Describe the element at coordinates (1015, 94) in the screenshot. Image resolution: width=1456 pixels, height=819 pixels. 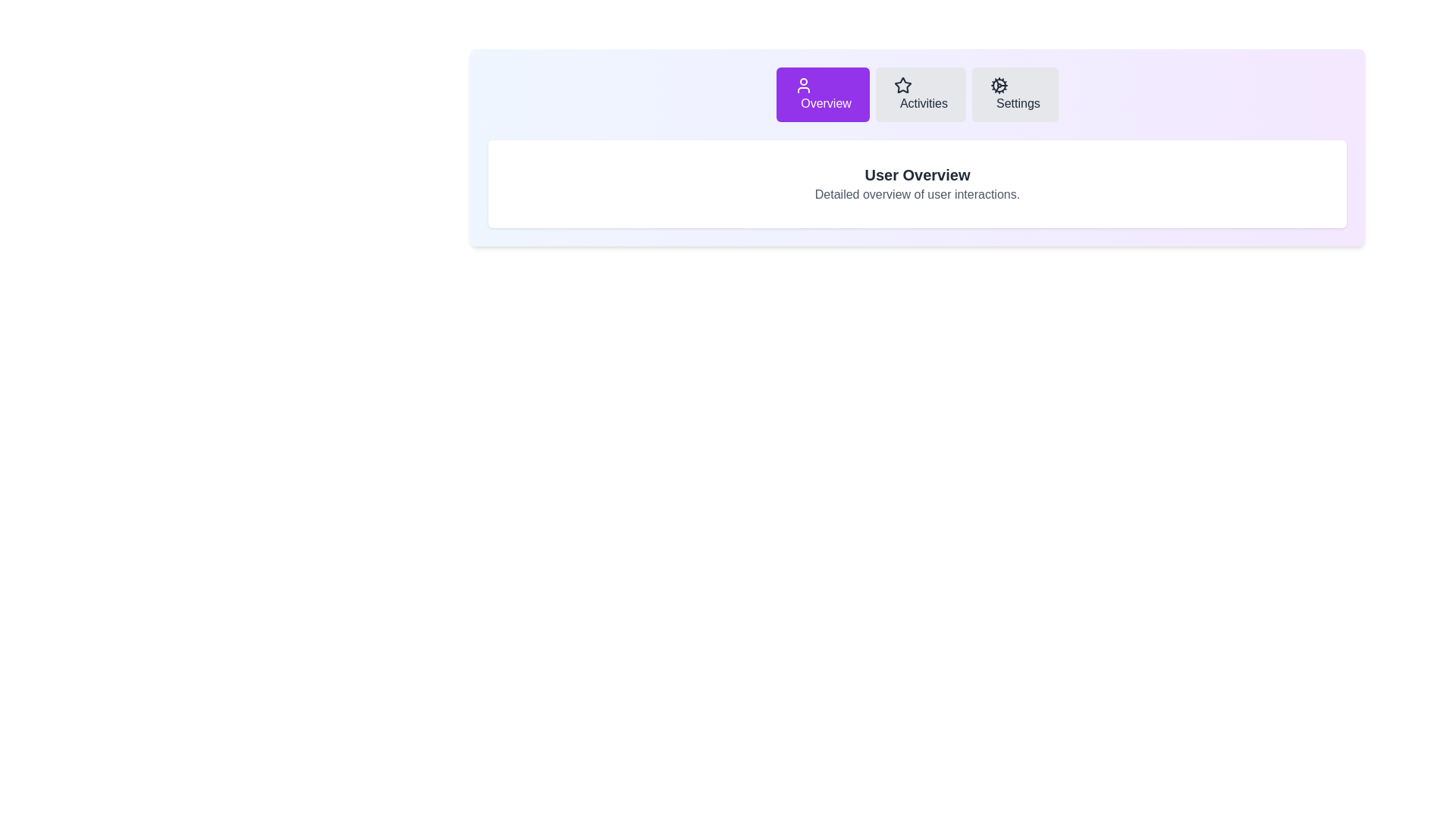
I see `the 'Settings' button, which is identified by its rounded rectangular shape with a light gray background and dark gray text, located on the rightmost side of a horizontal group of three buttons near the top center of the interface` at that location.